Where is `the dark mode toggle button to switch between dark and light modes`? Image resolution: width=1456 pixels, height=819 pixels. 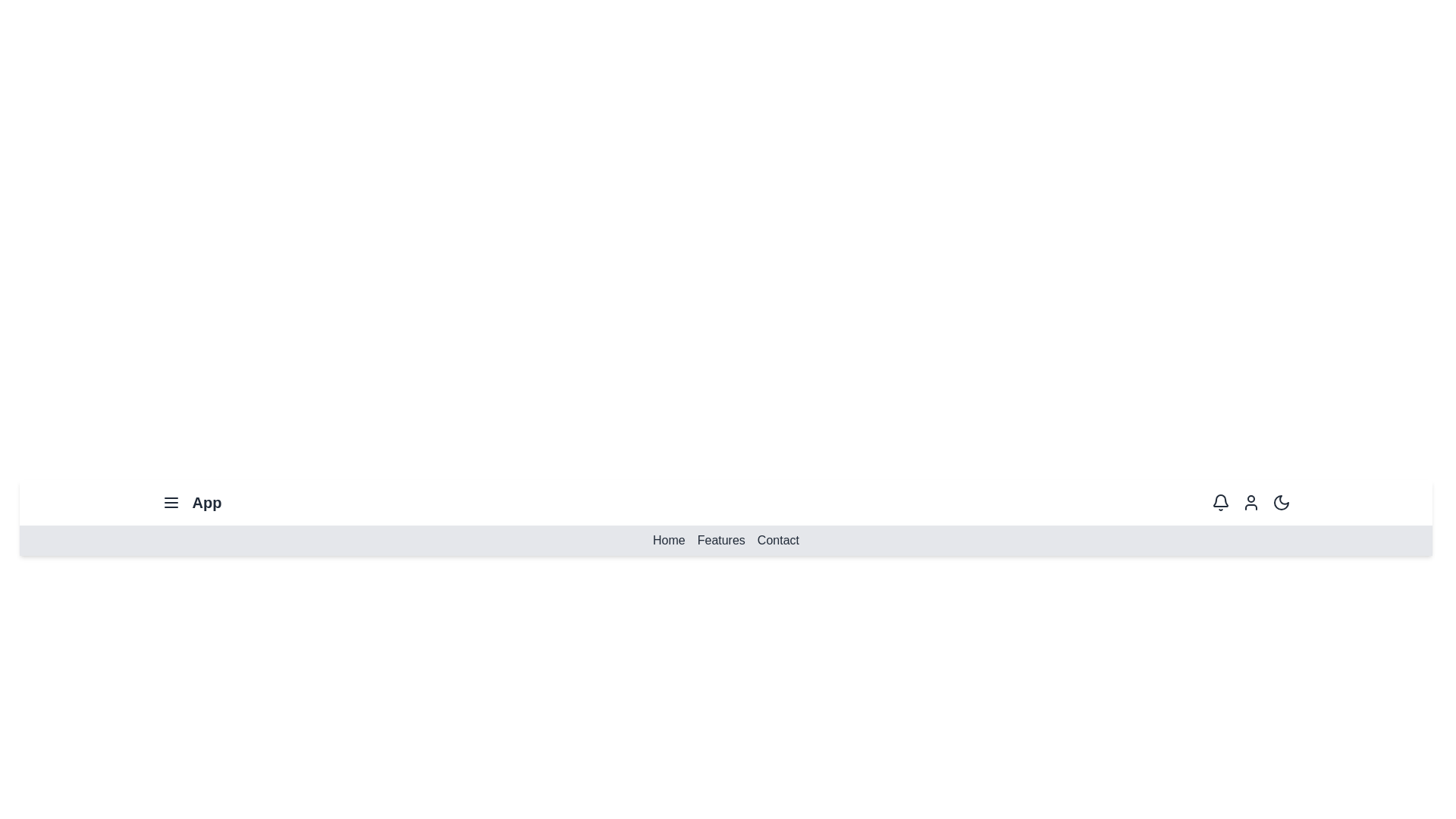 the dark mode toggle button to switch between dark and light modes is located at coordinates (1280, 503).